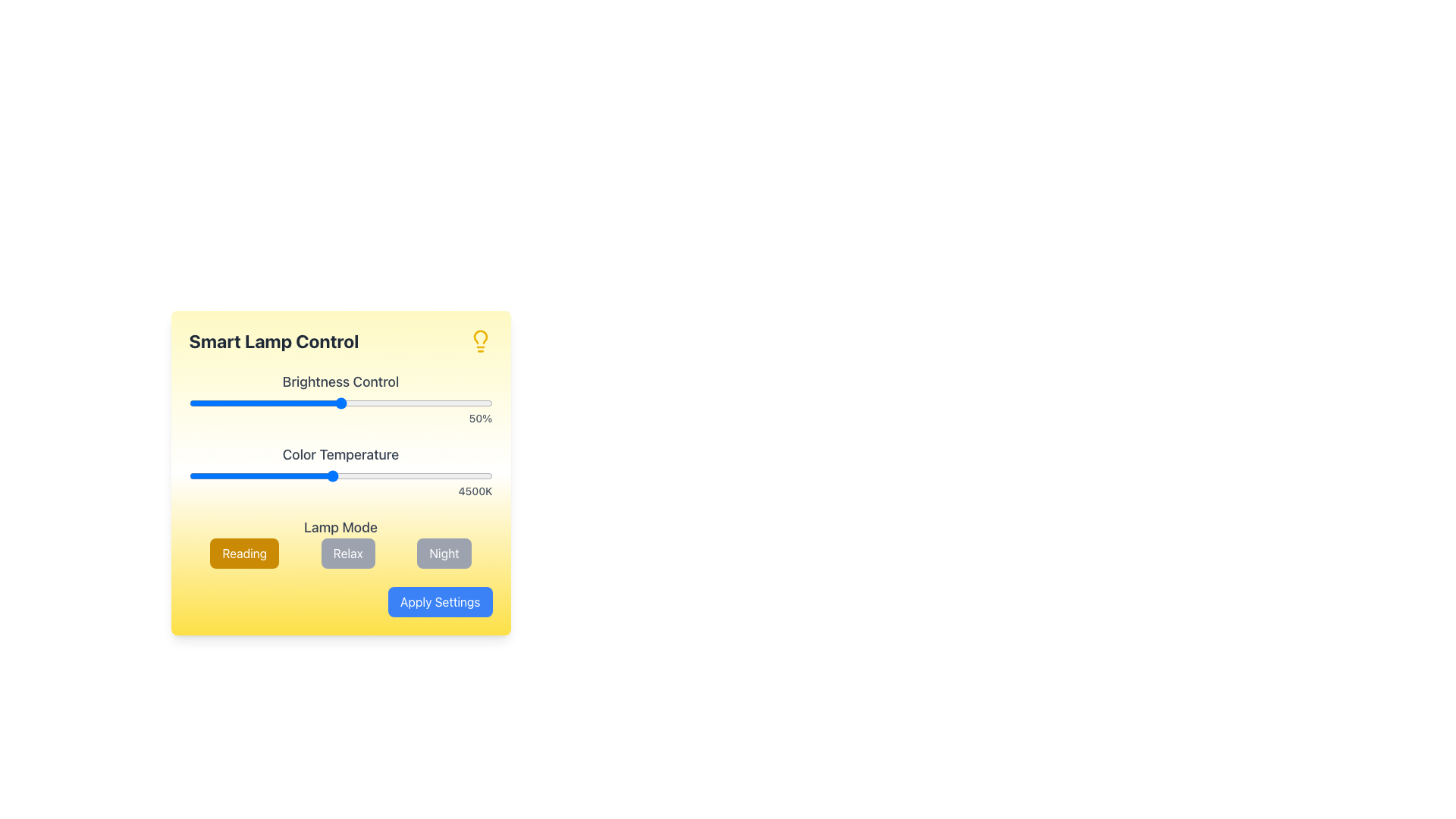 The image size is (1456, 819). I want to click on the 'Apply Settings' button located at the bottom-right corner of the 'Smart Lamp Control' card to confirm the configuration settings for the smart lamp, so click(439, 601).